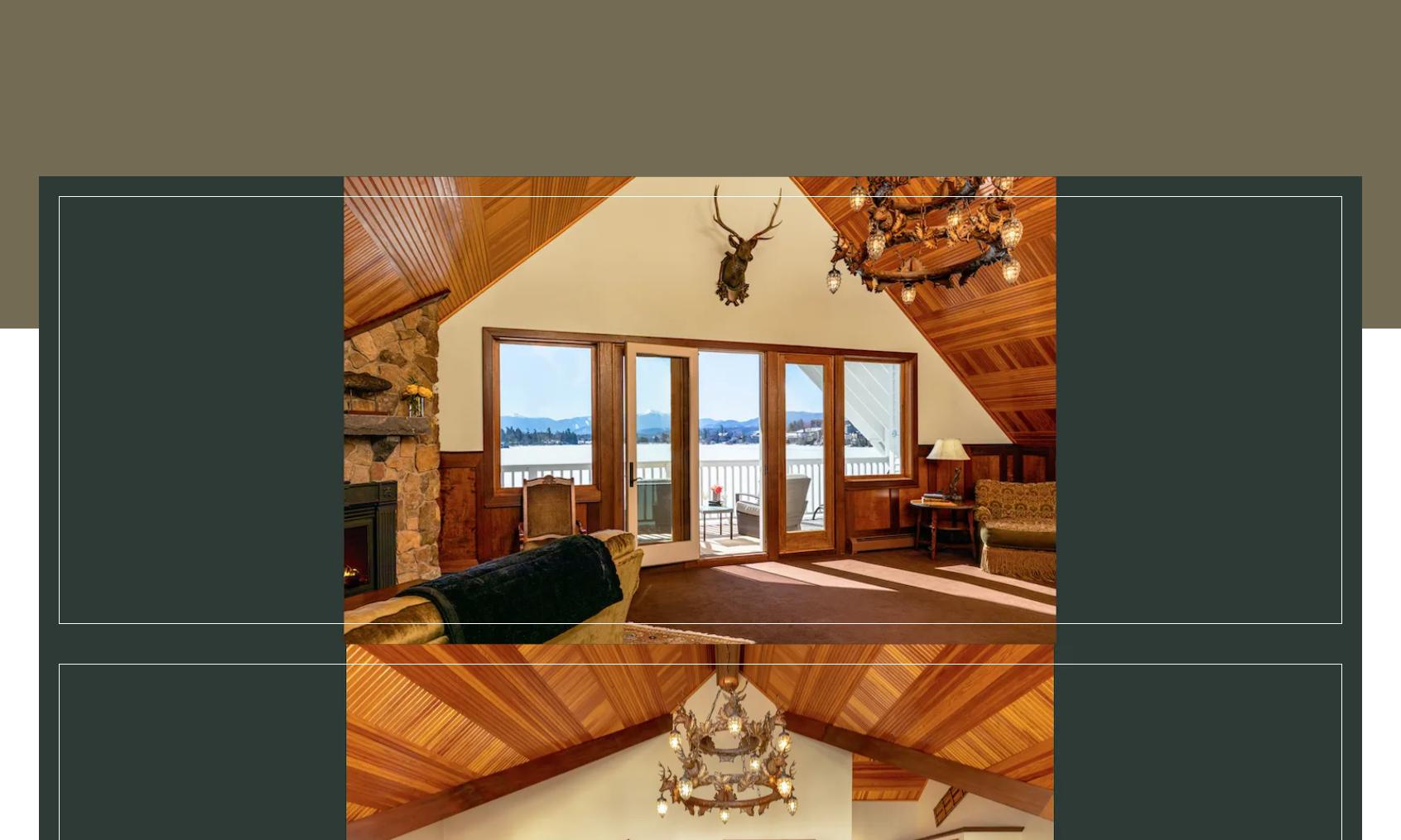  I want to click on 'Spa', so click(610, 32).